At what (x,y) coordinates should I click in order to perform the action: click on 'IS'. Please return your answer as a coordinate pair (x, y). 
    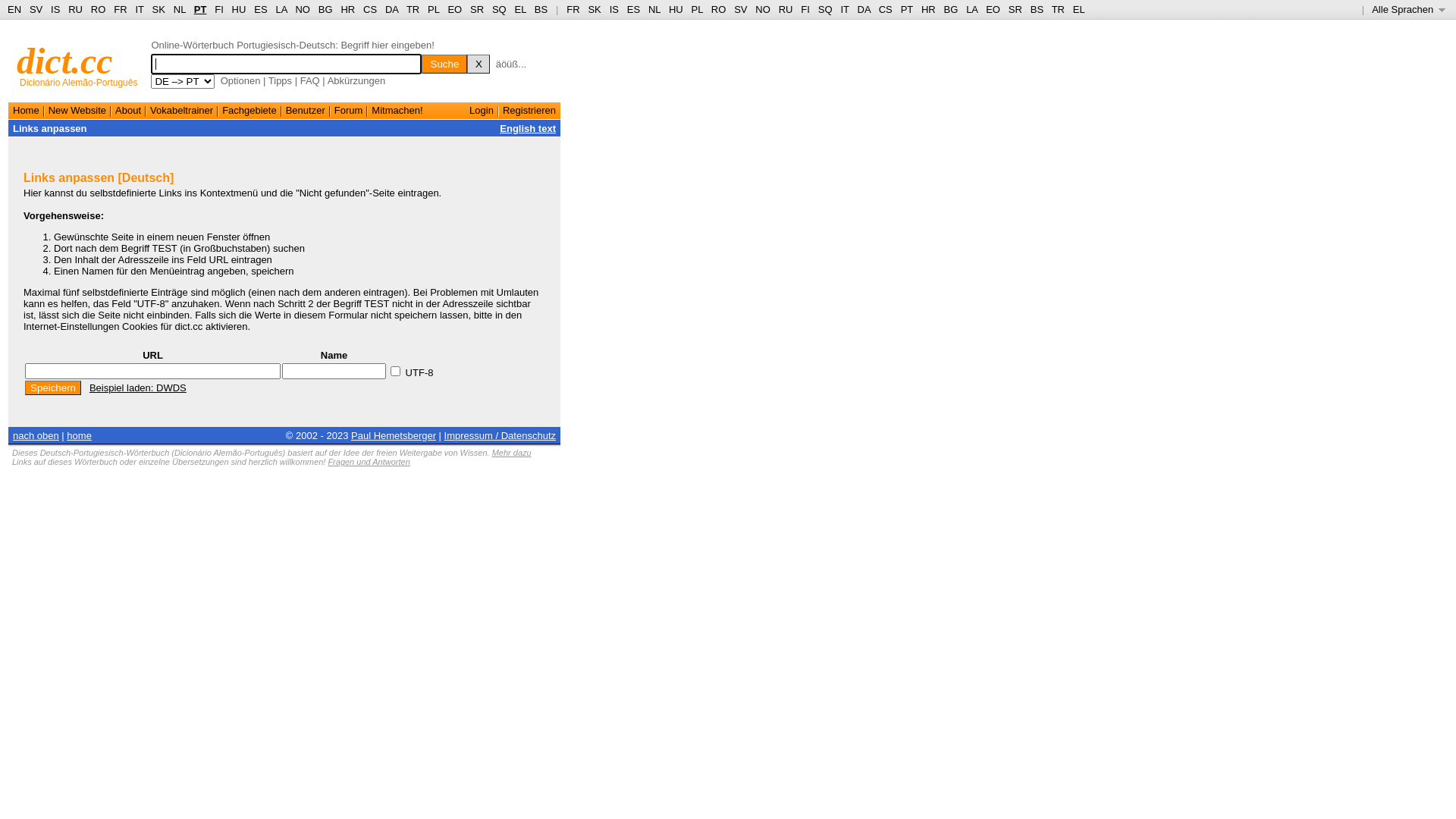
    Looking at the image, I should click on (55, 9).